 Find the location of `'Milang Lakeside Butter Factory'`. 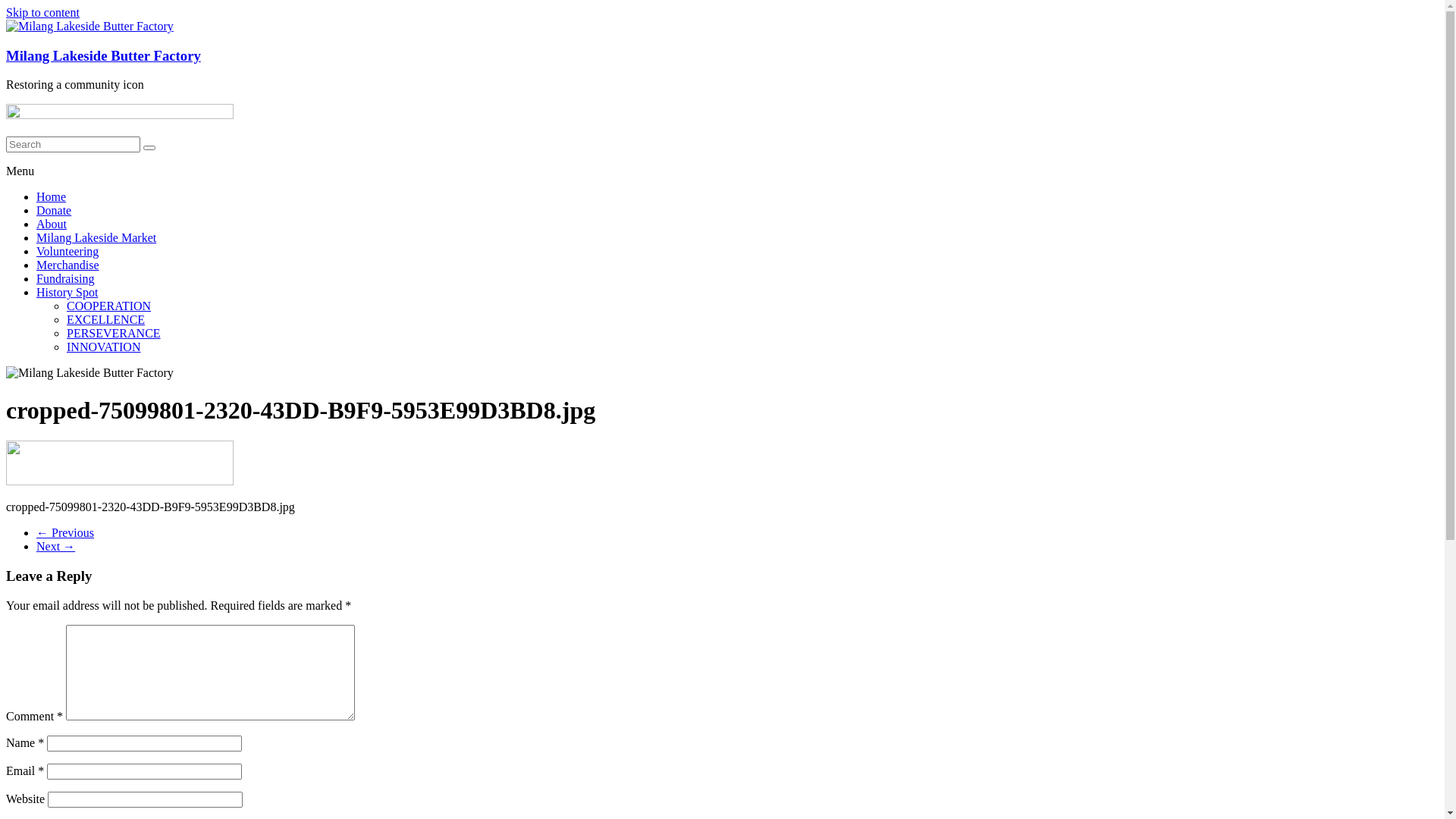

'Milang Lakeside Butter Factory' is located at coordinates (102, 55).